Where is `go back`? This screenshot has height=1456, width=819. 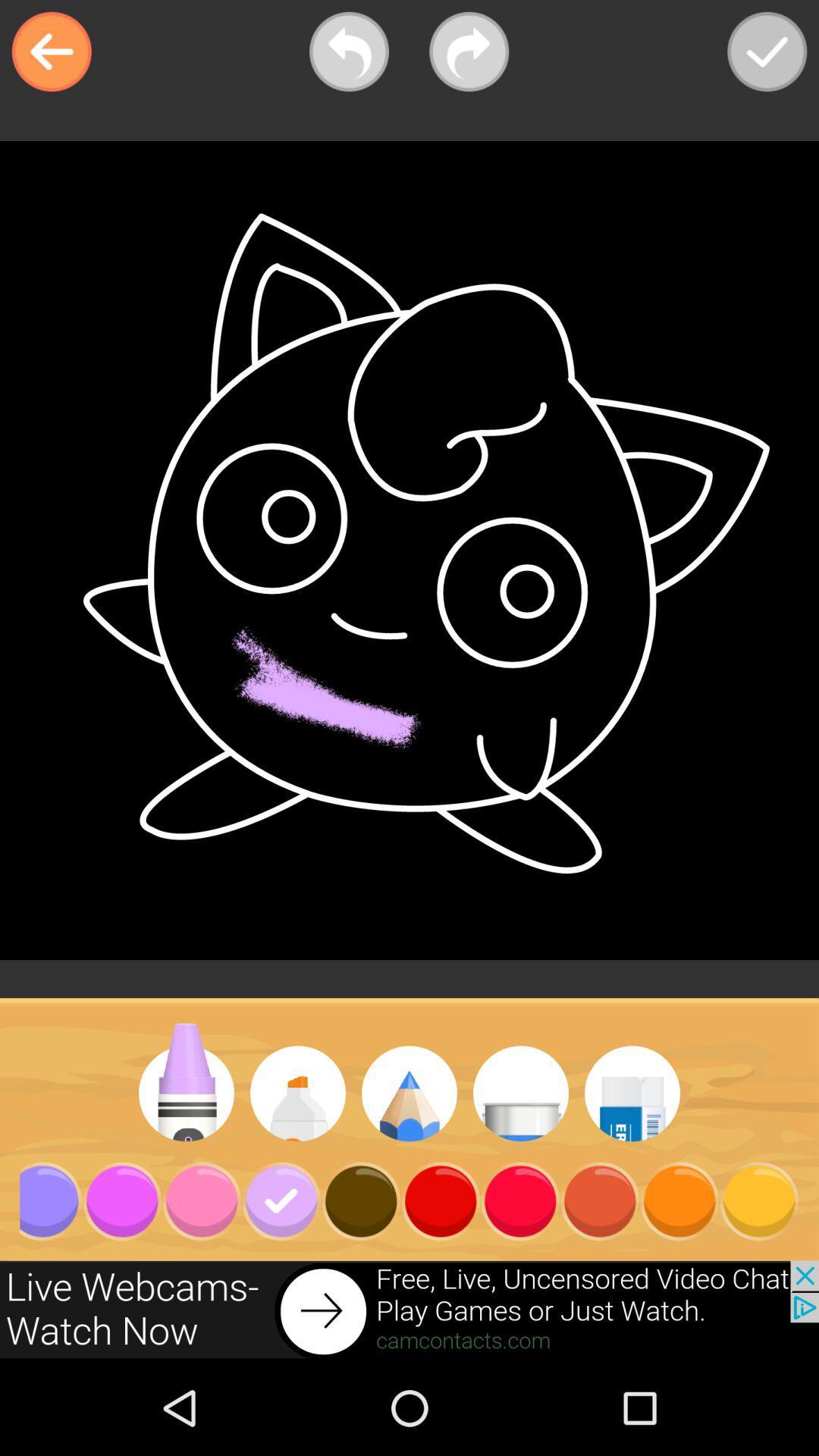 go back is located at coordinates (349, 52).